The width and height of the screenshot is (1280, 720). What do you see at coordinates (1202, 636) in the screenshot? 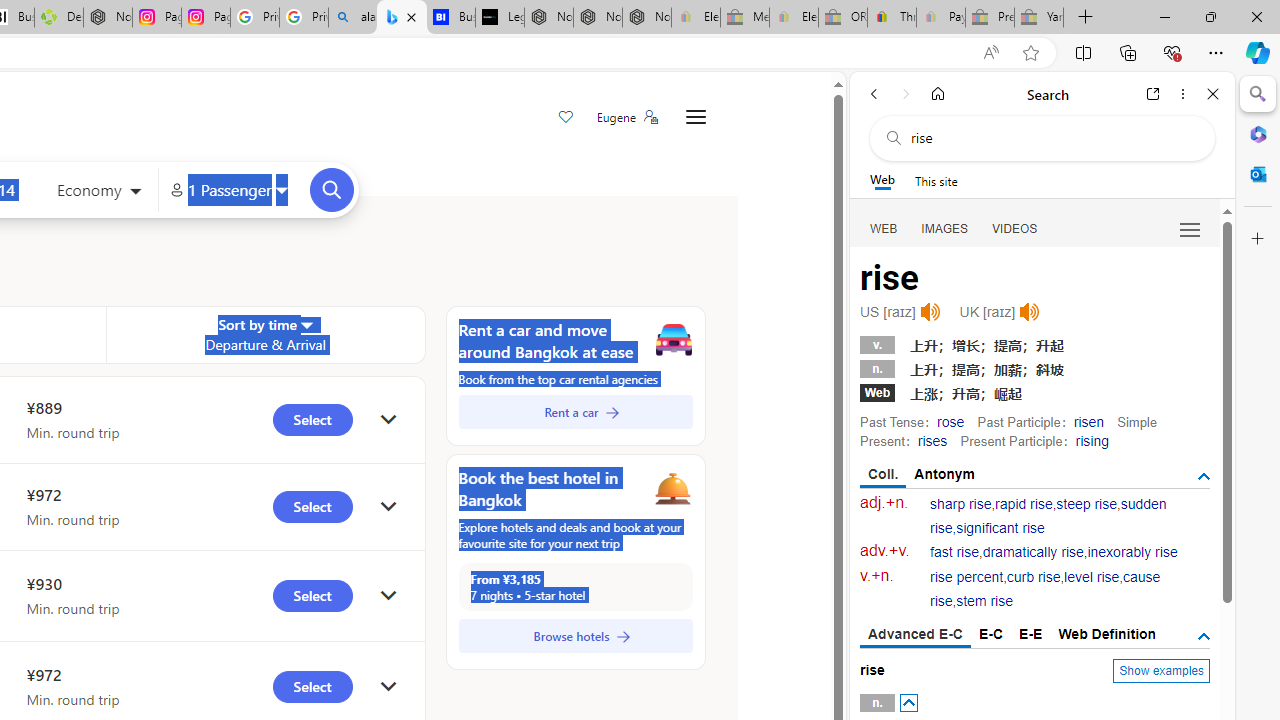
I see `'AutomationID: tgdef'` at bounding box center [1202, 636].